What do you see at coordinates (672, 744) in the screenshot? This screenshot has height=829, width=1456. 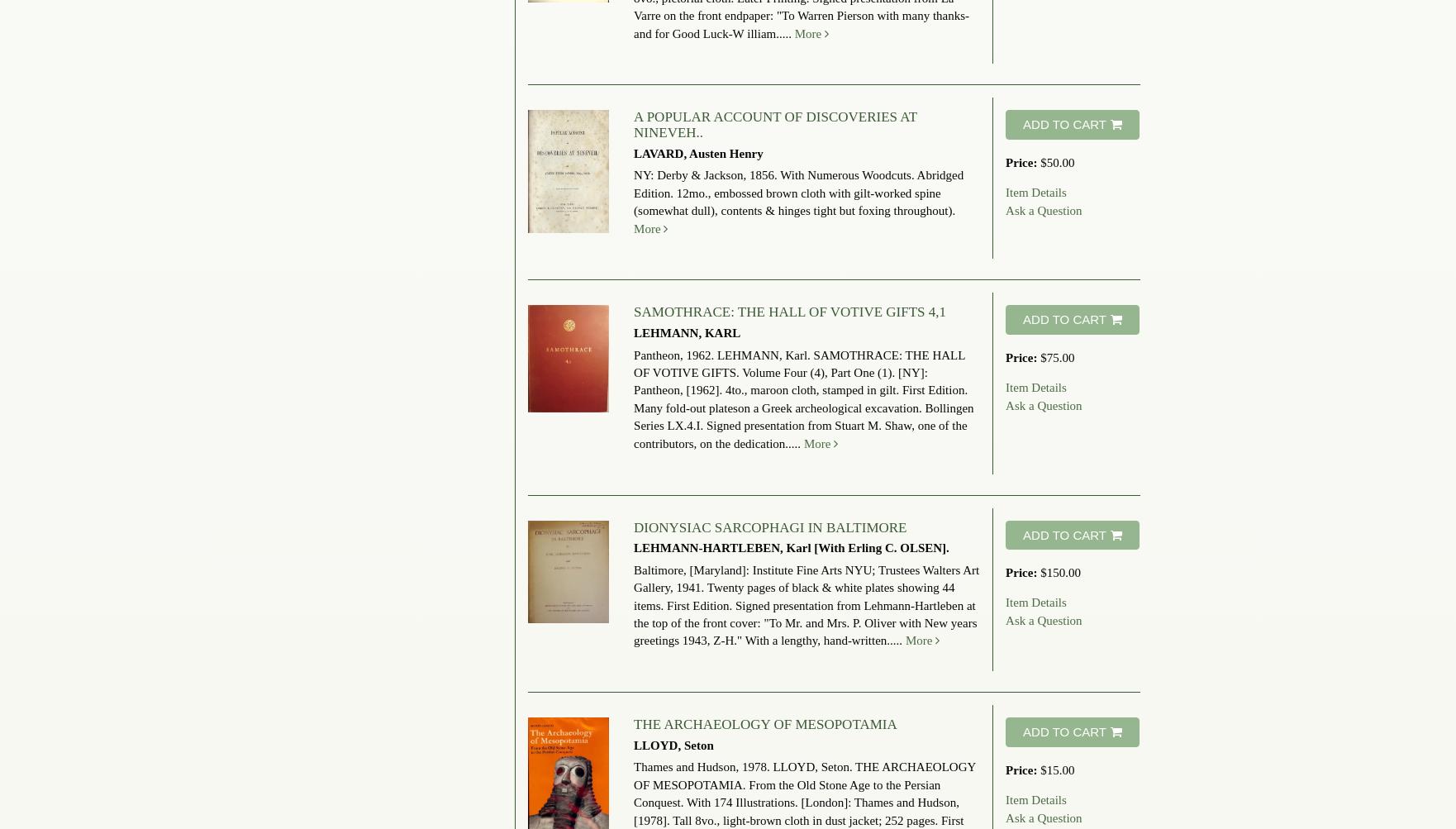 I see `'LLOYD, Seton'` at bounding box center [672, 744].